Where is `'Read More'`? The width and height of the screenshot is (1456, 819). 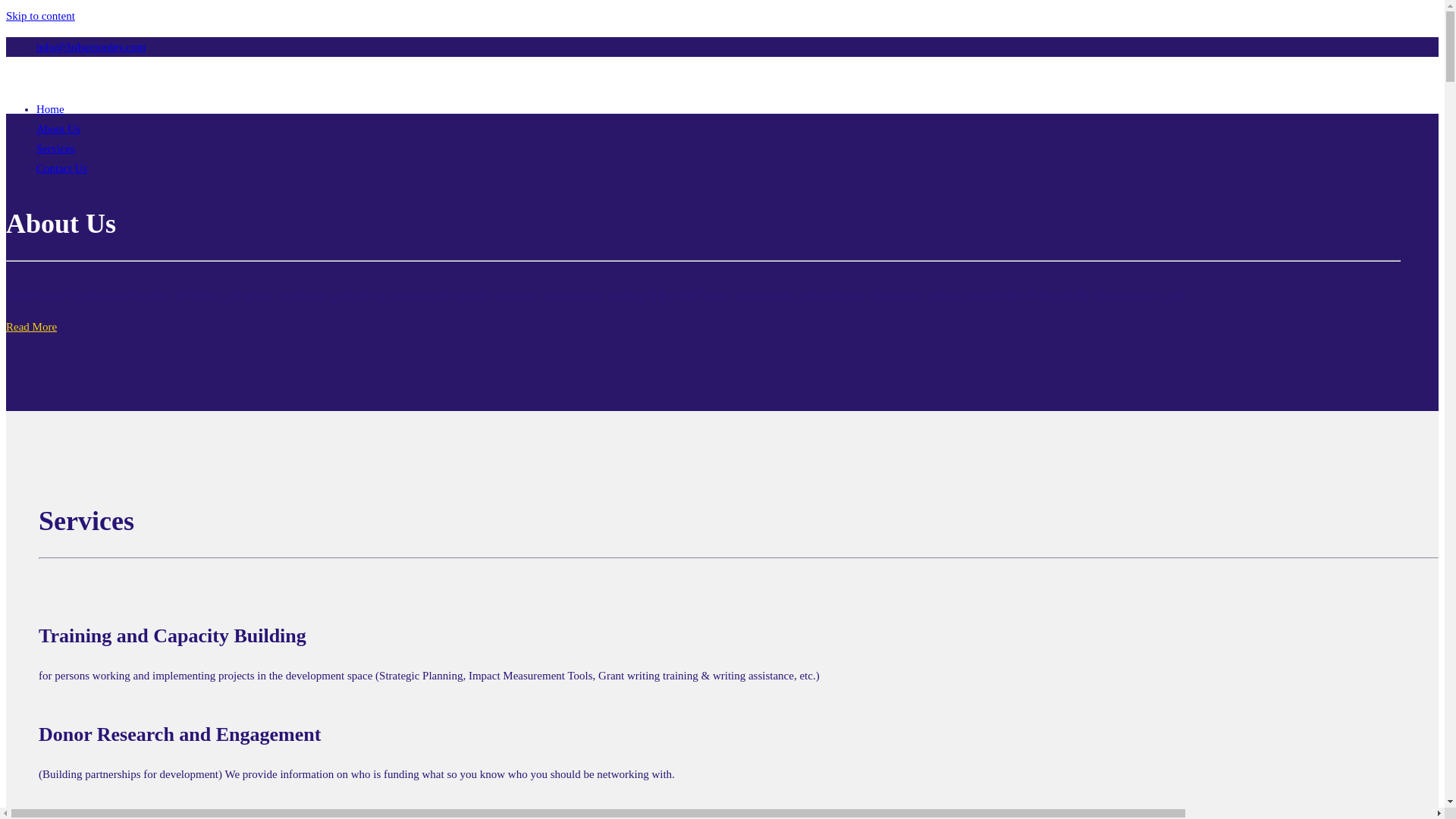 'Read More' is located at coordinates (31, 326).